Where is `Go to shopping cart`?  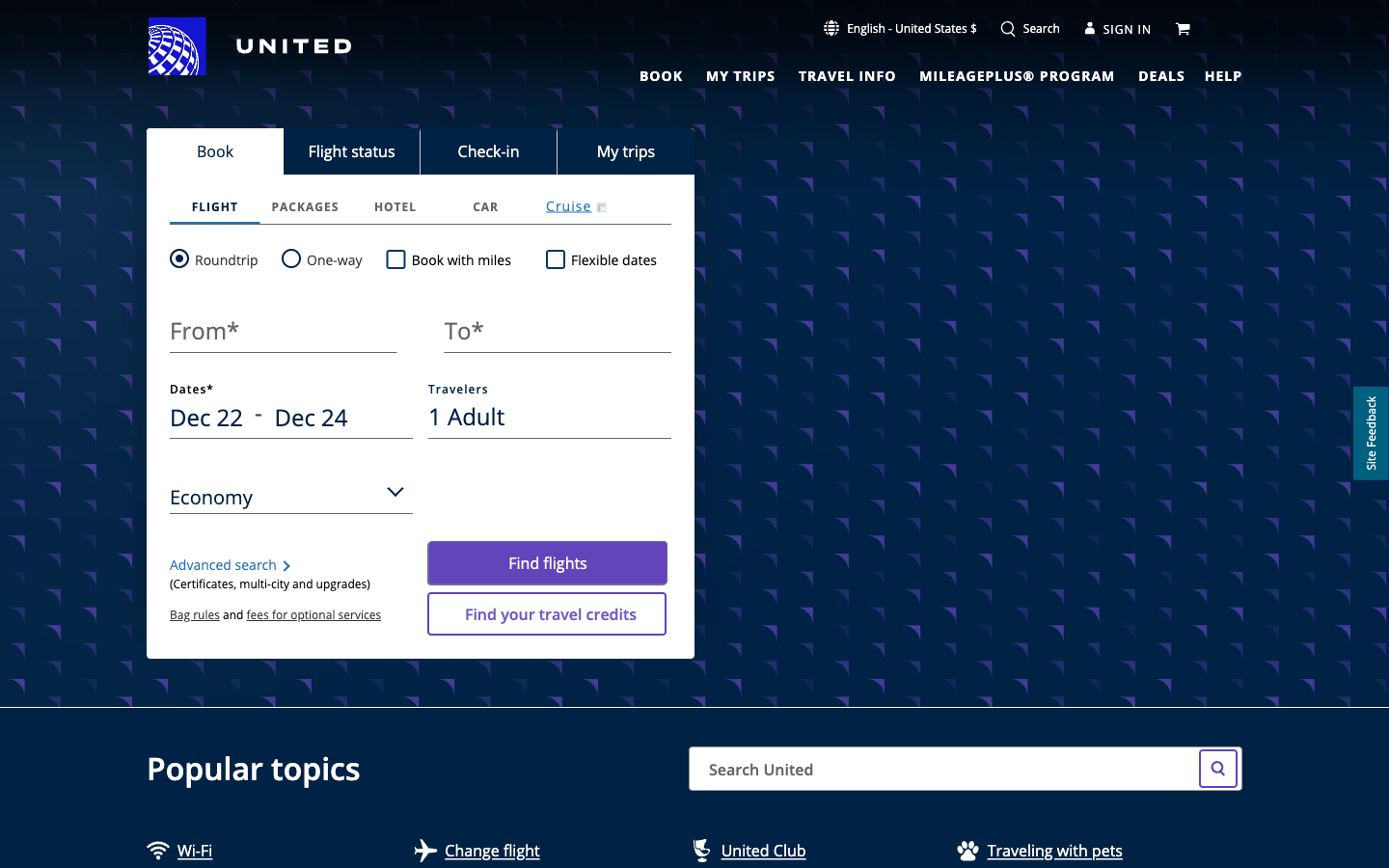
Go to shopping cart is located at coordinates (1184, 26).